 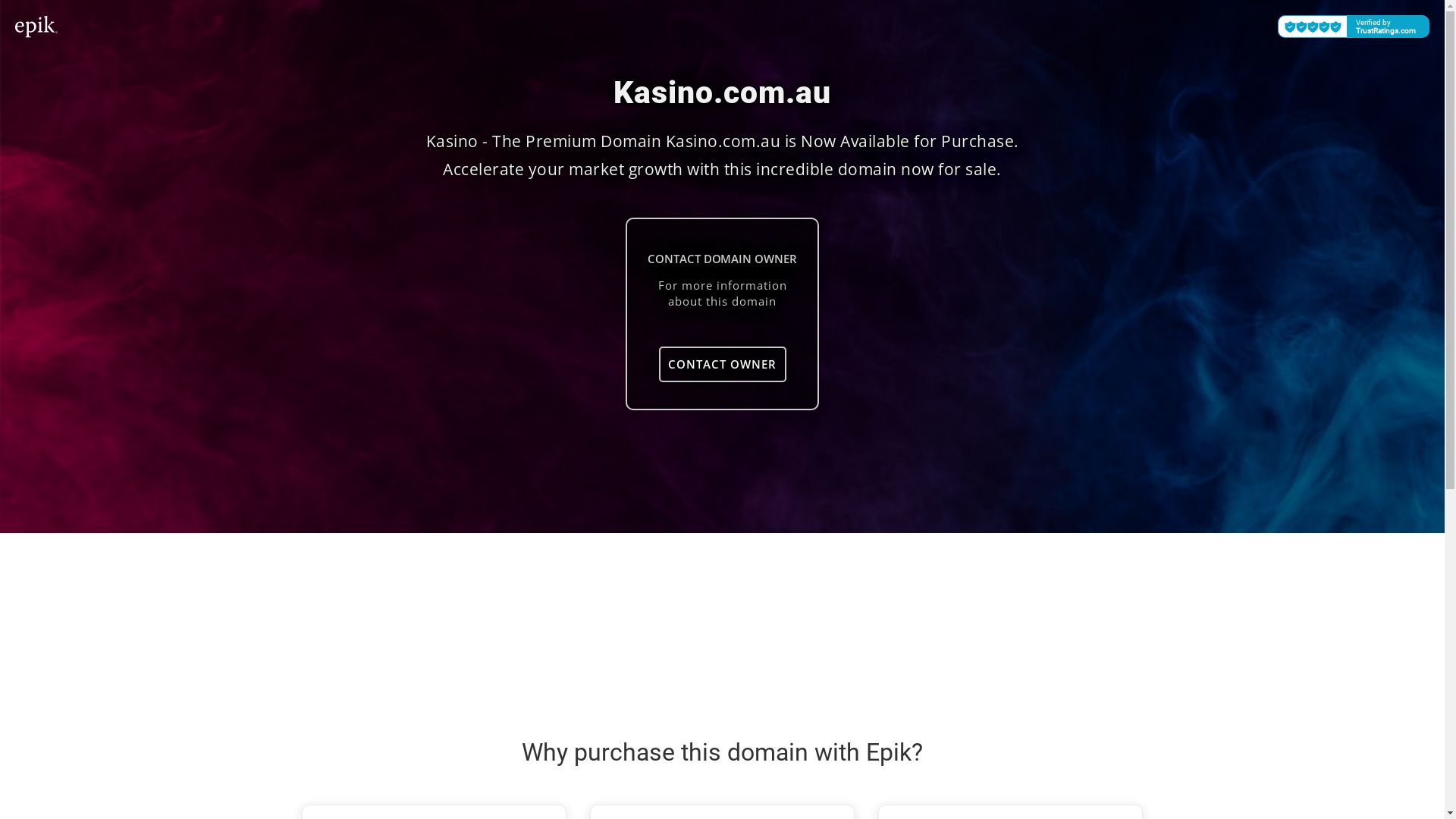 I want to click on 'Verified by TrustRatings.com', so click(x=1354, y=26).